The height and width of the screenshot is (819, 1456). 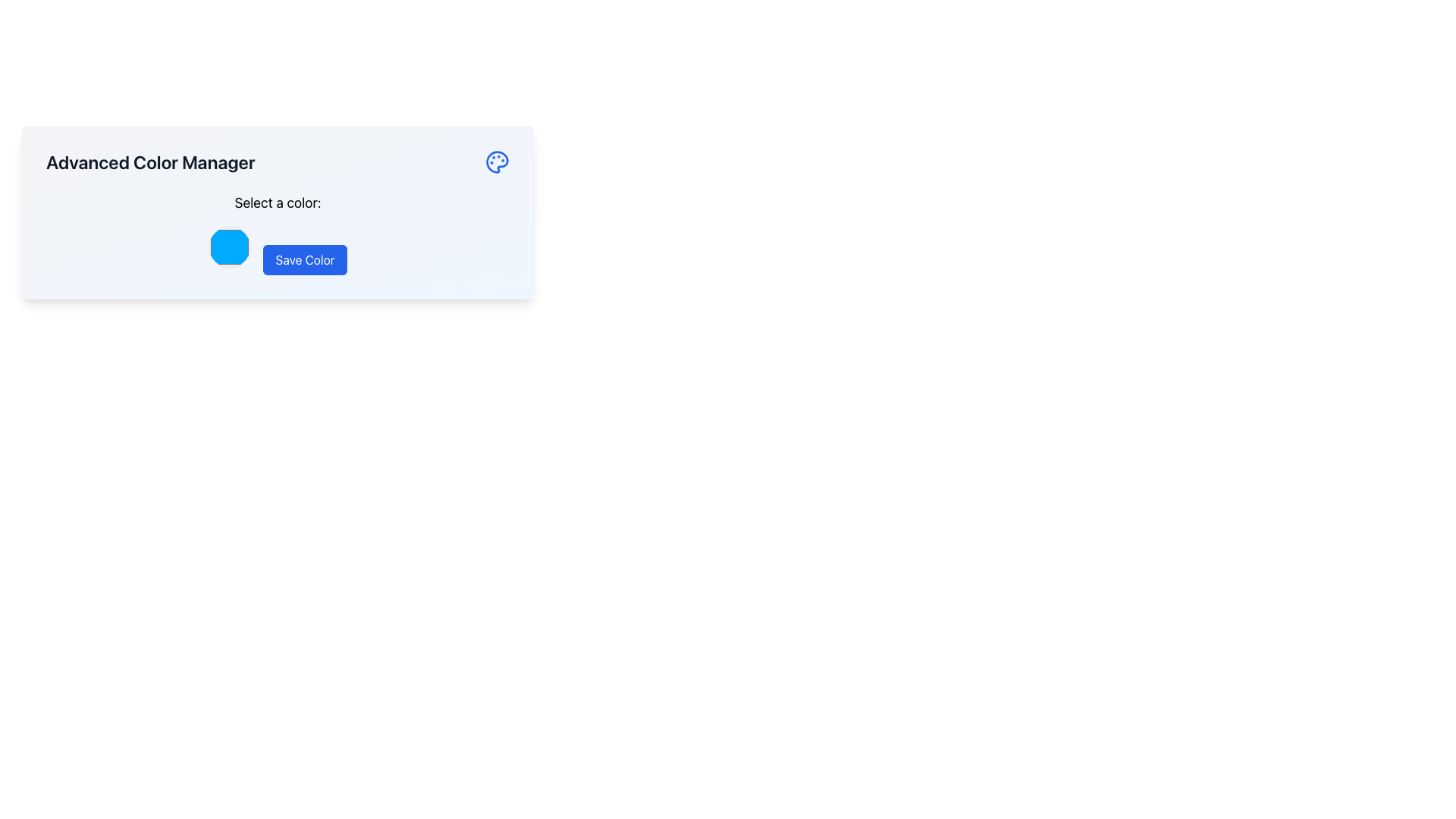 I want to click on the save button located to the right of the circular color selector under the text 'Select a color:', so click(x=304, y=259).